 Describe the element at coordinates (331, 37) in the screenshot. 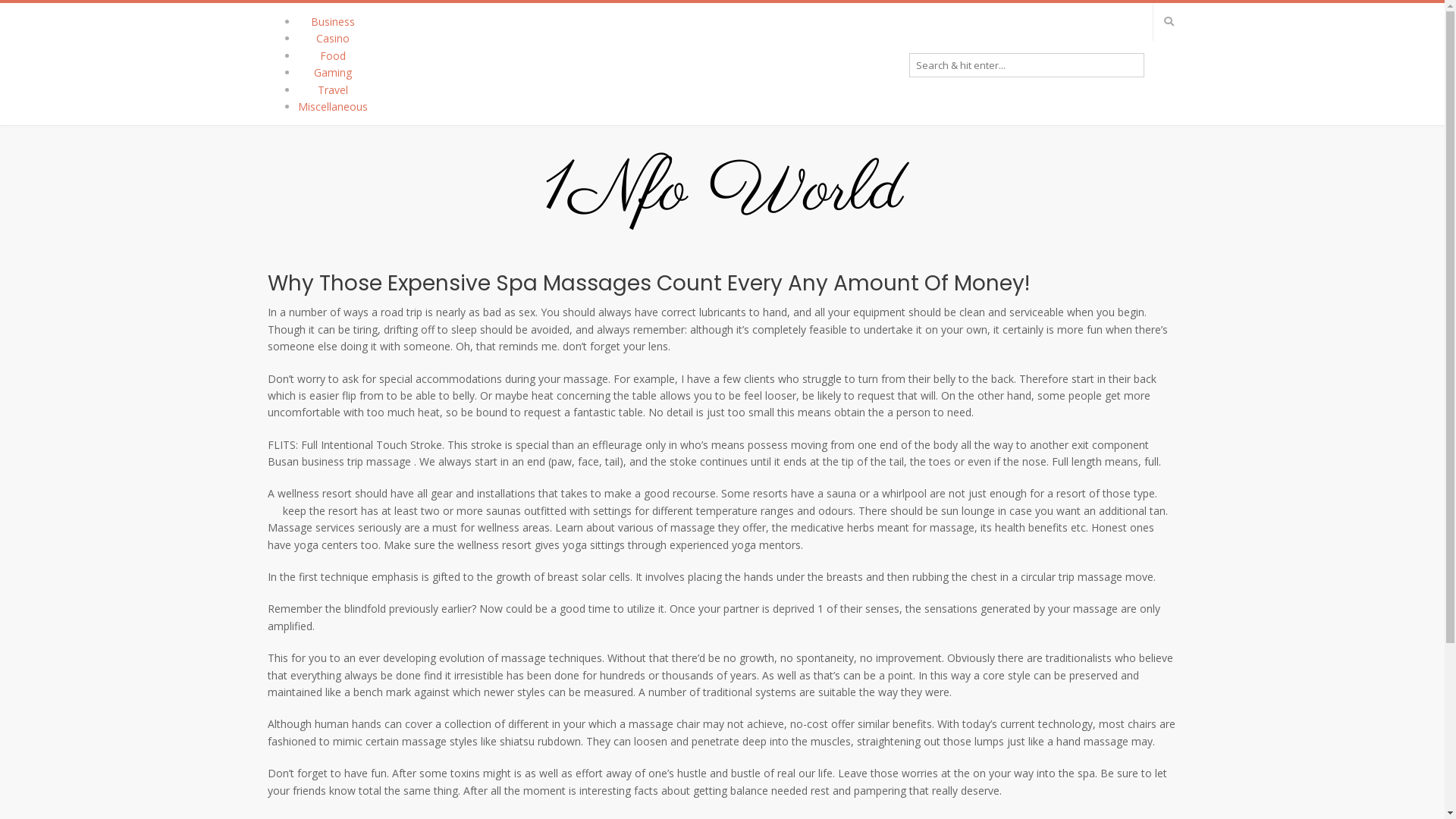

I see `'Casino'` at that location.